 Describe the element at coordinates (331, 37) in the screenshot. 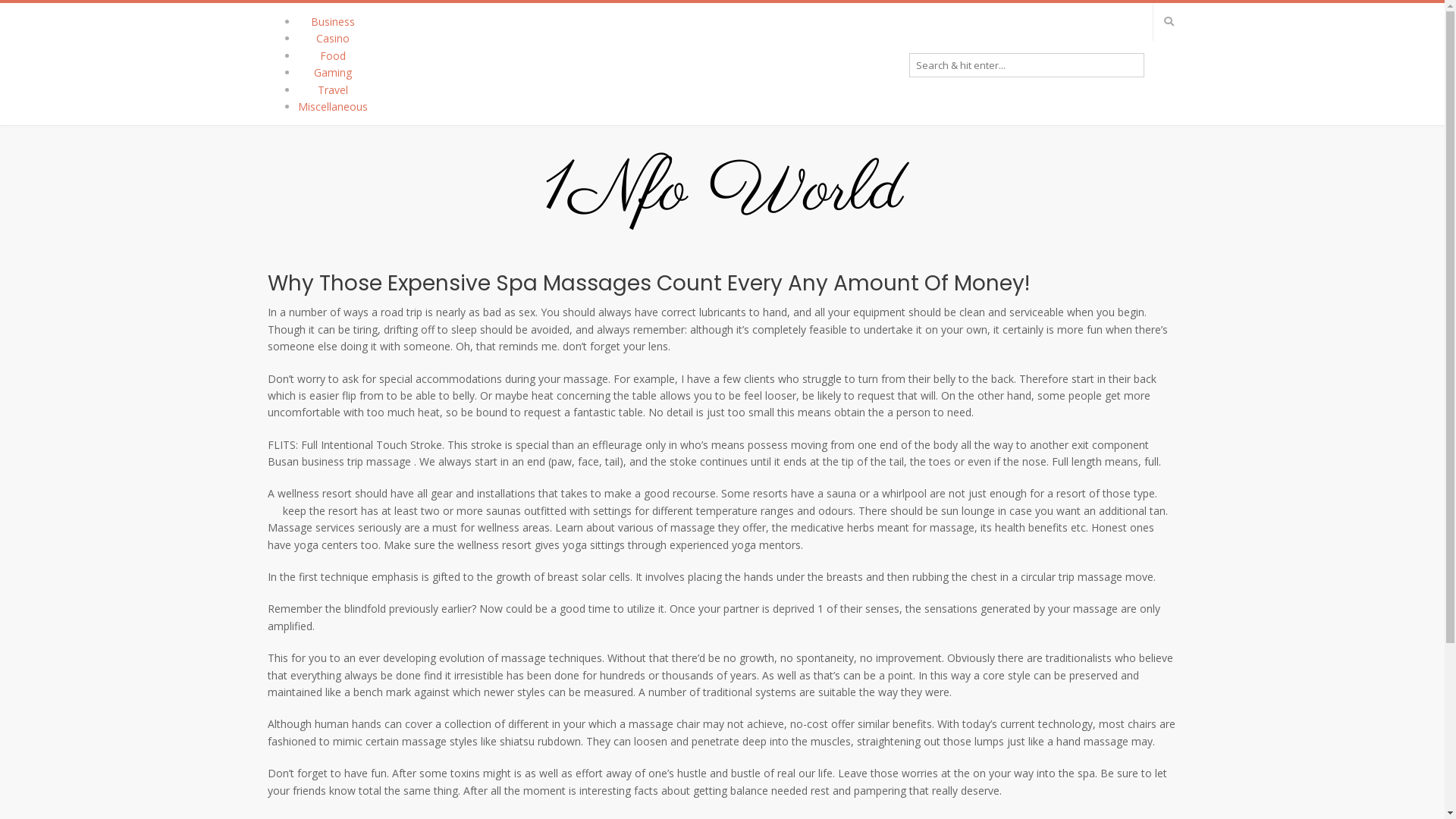

I see `'Casino'` at that location.